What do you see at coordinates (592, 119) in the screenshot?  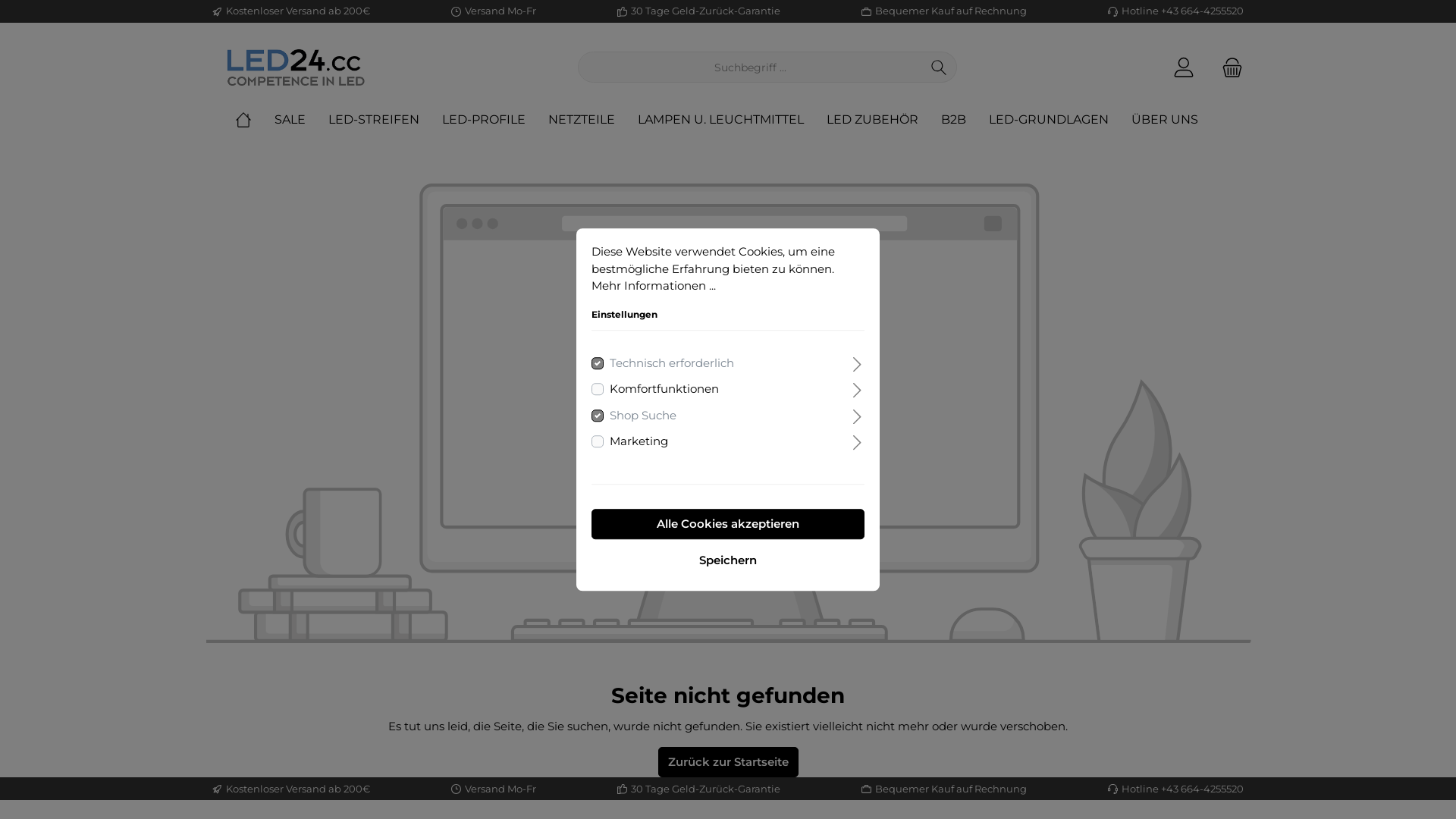 I see `'NETZTEILE'` at bounding box center [592, 119].